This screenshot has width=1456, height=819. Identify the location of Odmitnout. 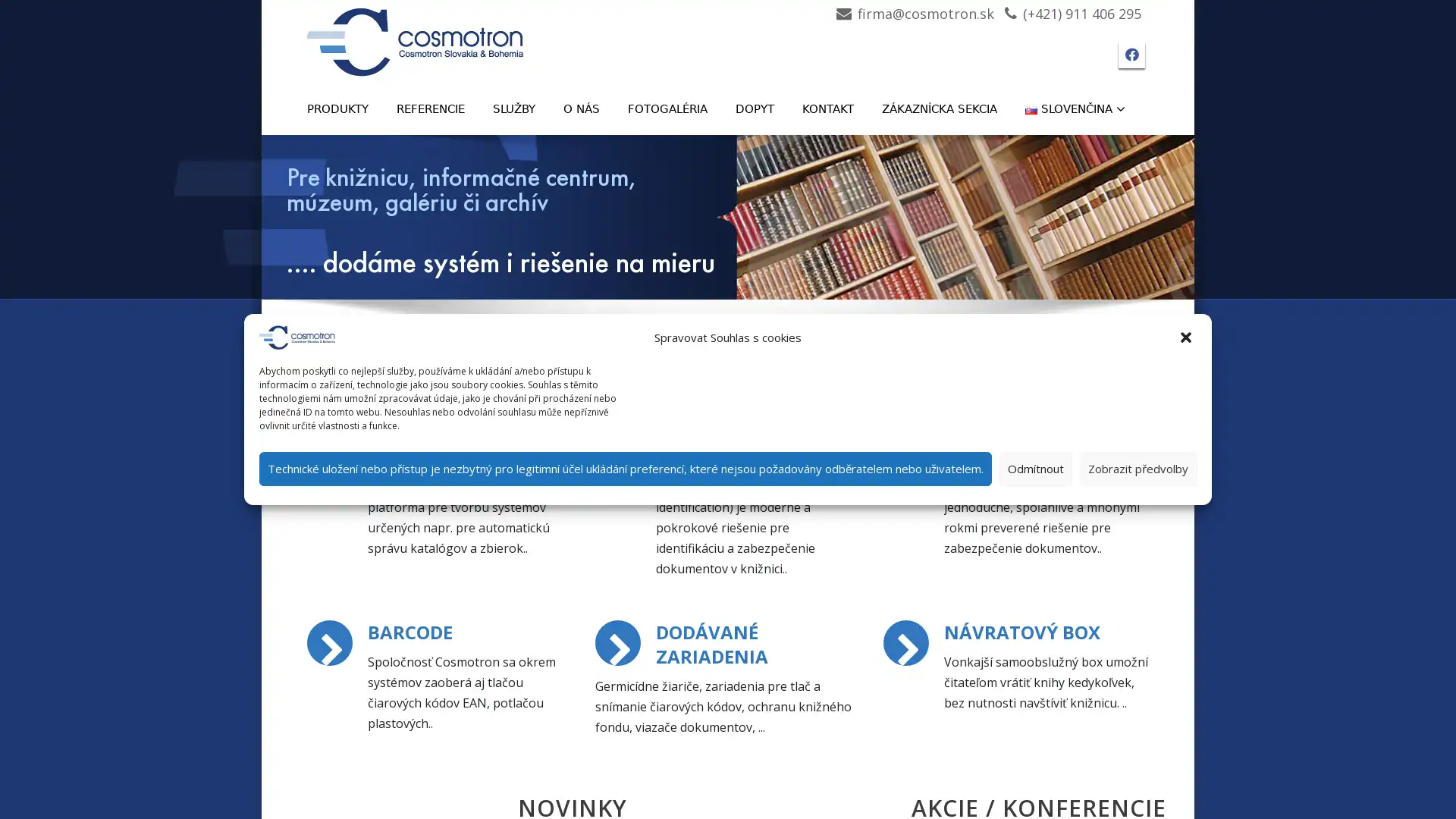
(1035, 467).